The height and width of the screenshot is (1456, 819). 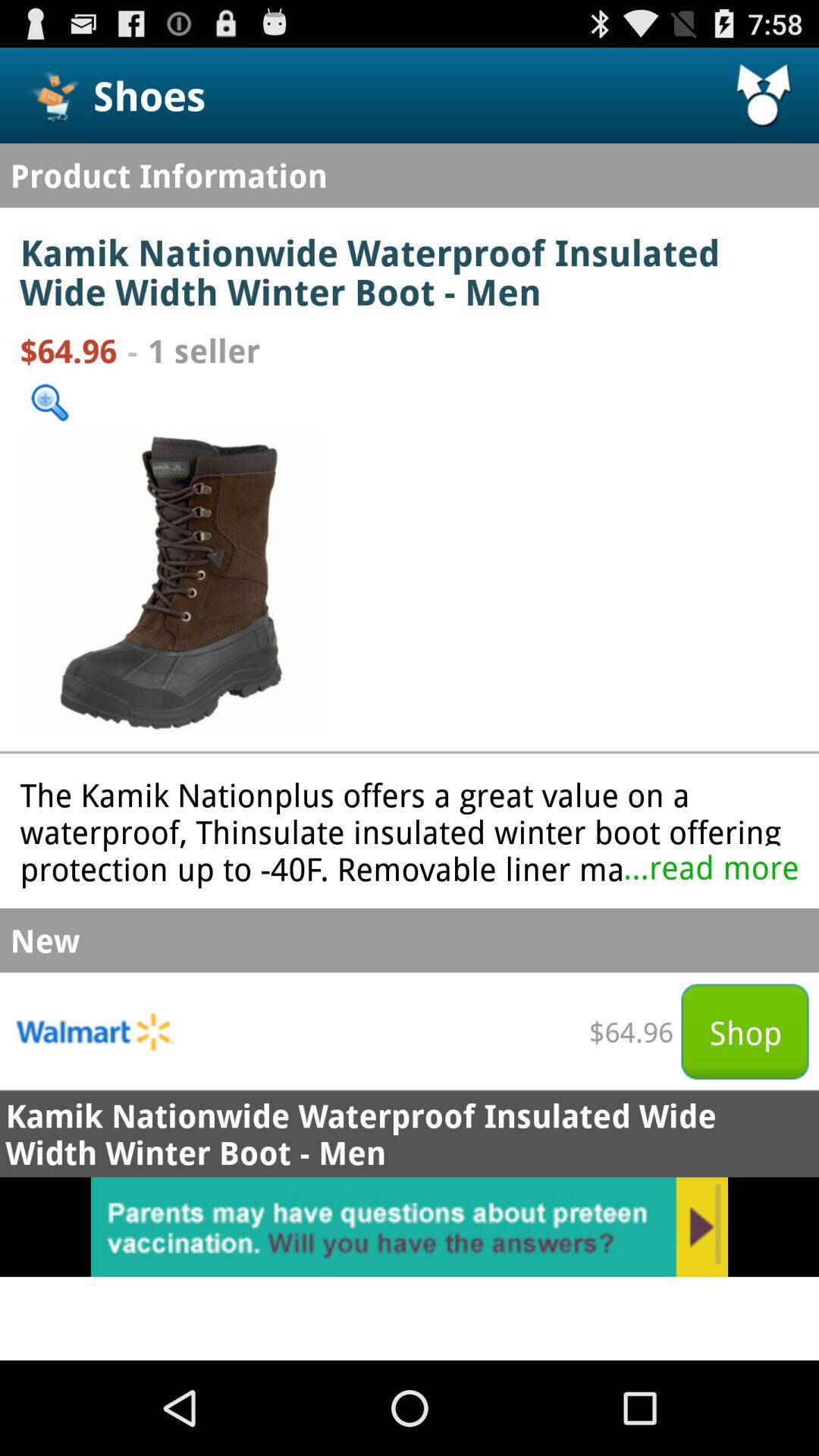 What do you see at coordinates (169, 581) in the screenshot?
I see `enlarges display image` at bounding box center [169, 581].